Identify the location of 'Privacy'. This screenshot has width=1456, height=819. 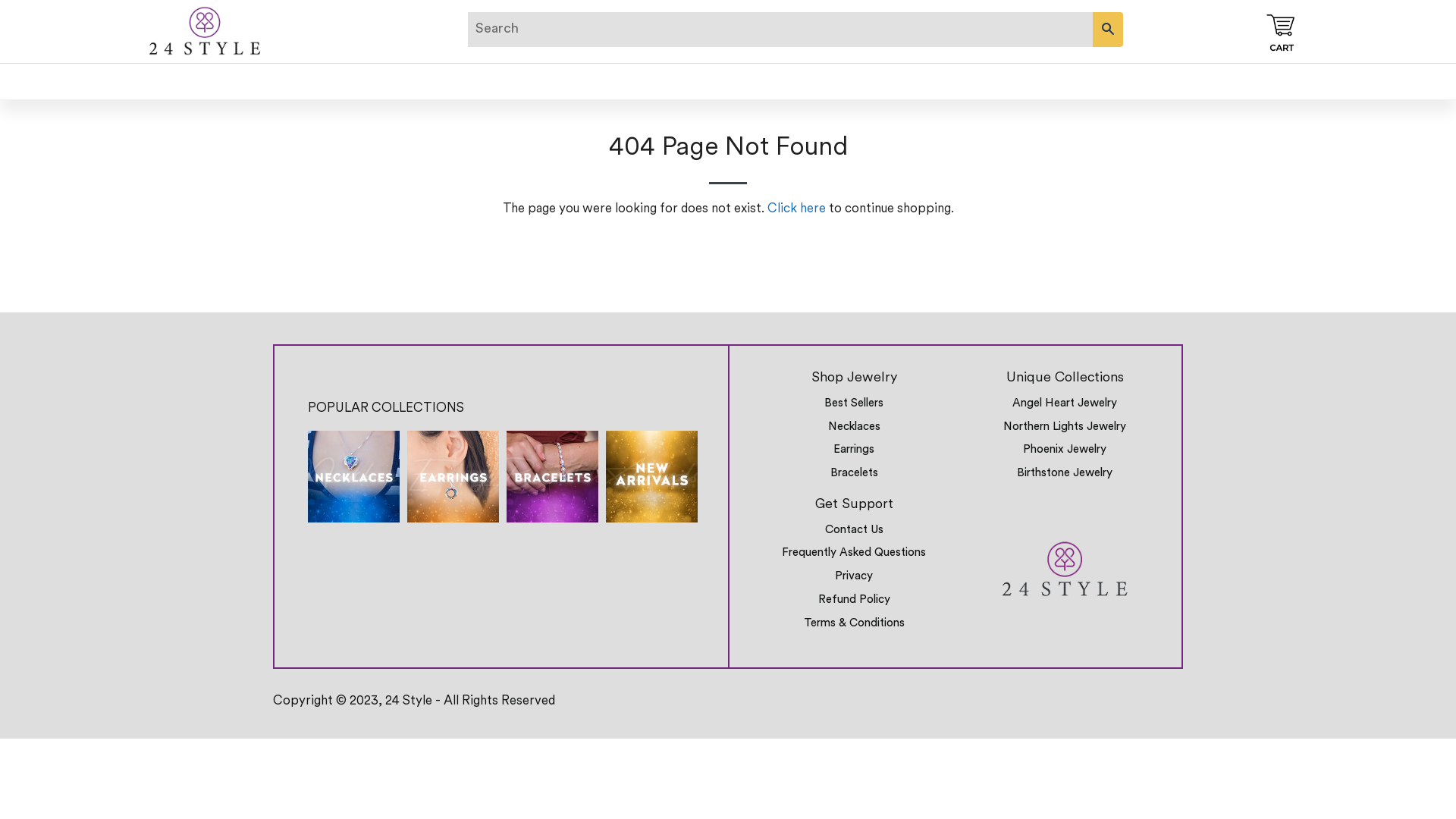
(854, 576).